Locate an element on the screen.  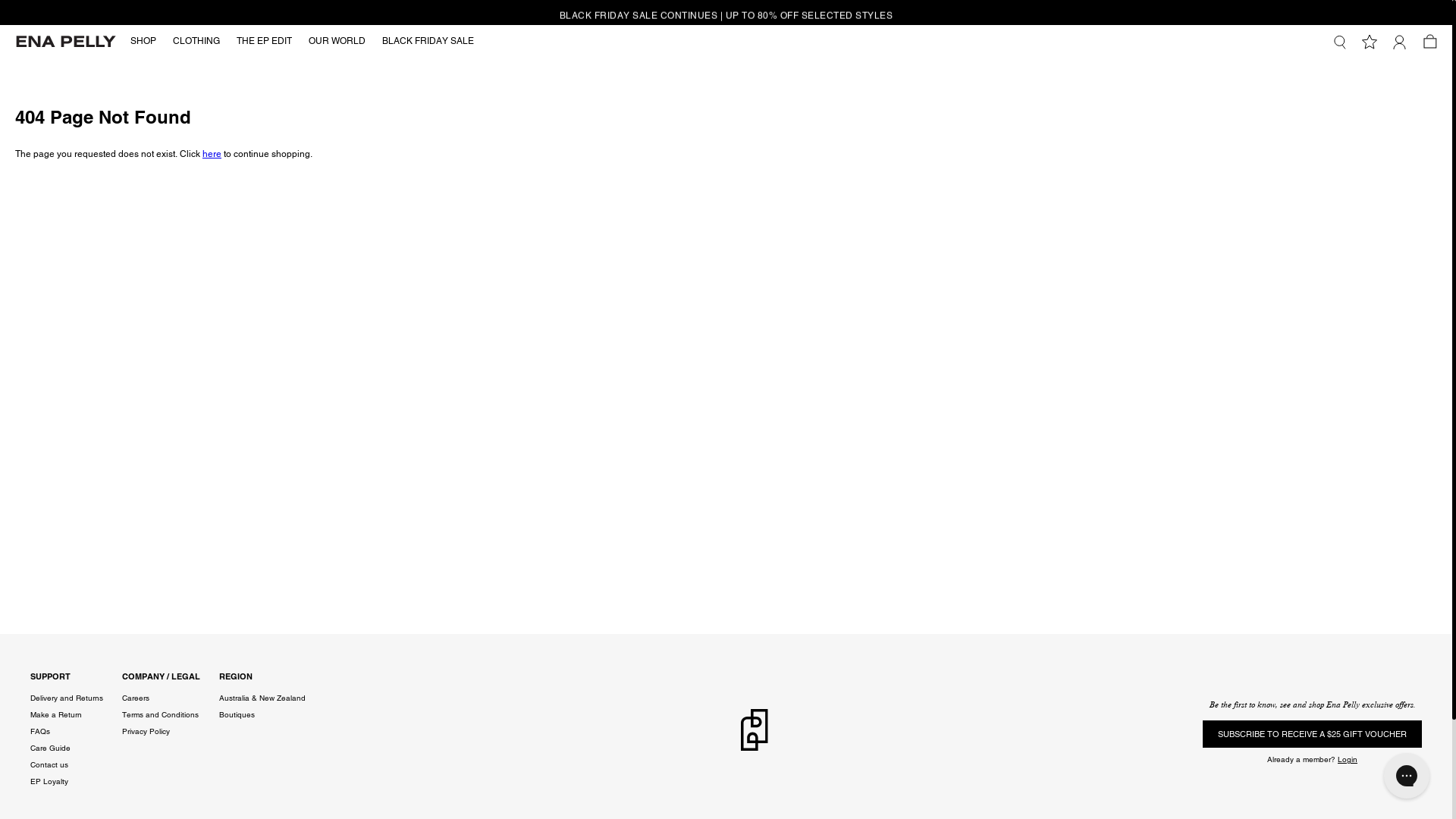
'SHOP' is located at coordinates (130, 40).